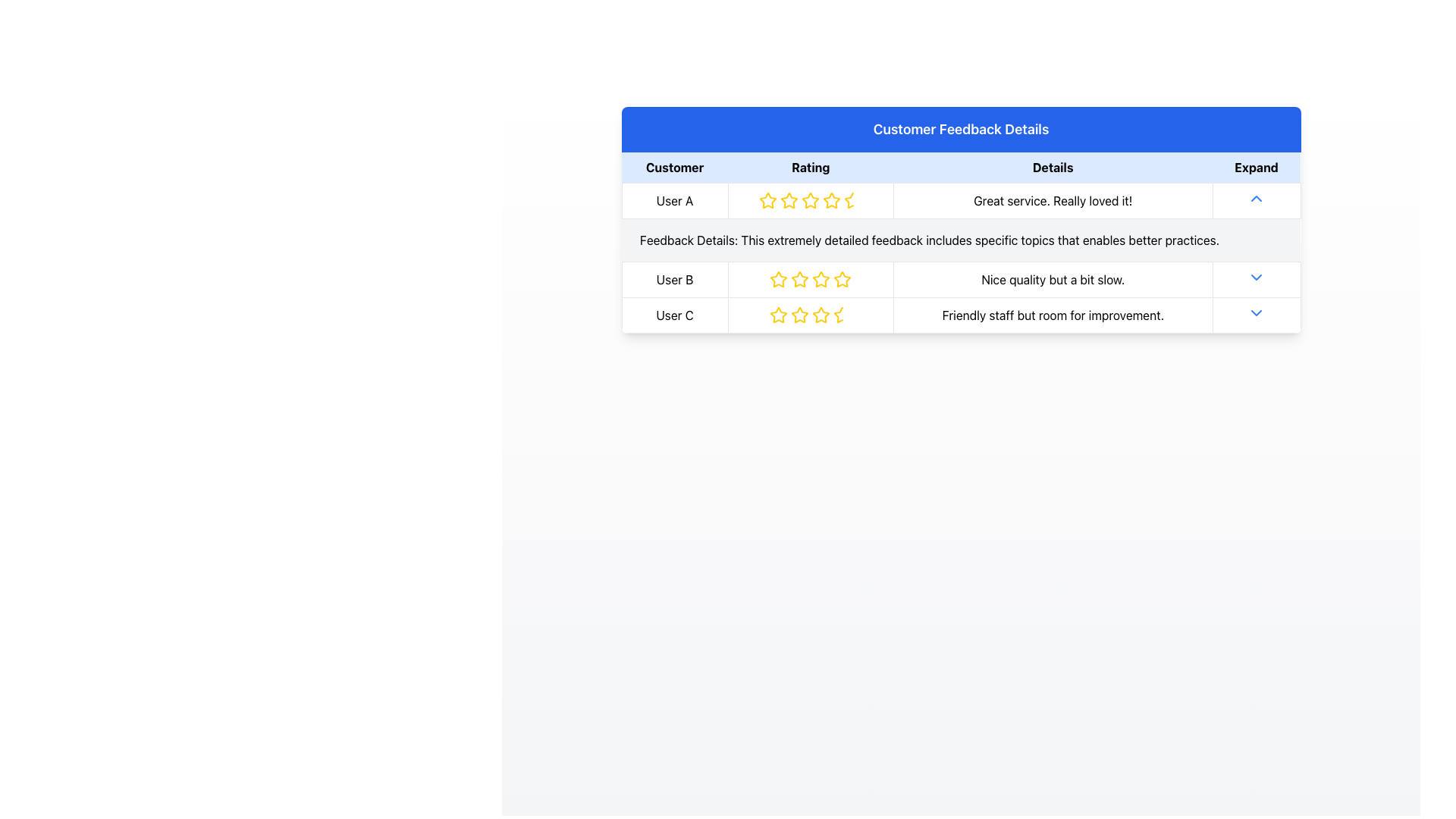 This screenshot has width=1456, height=819. What do you see at coordinates (821, 315) in the screenshot?
I see `the fourth yellow star icon representing the rating for 'User C'` at bounding box center [821, 315].